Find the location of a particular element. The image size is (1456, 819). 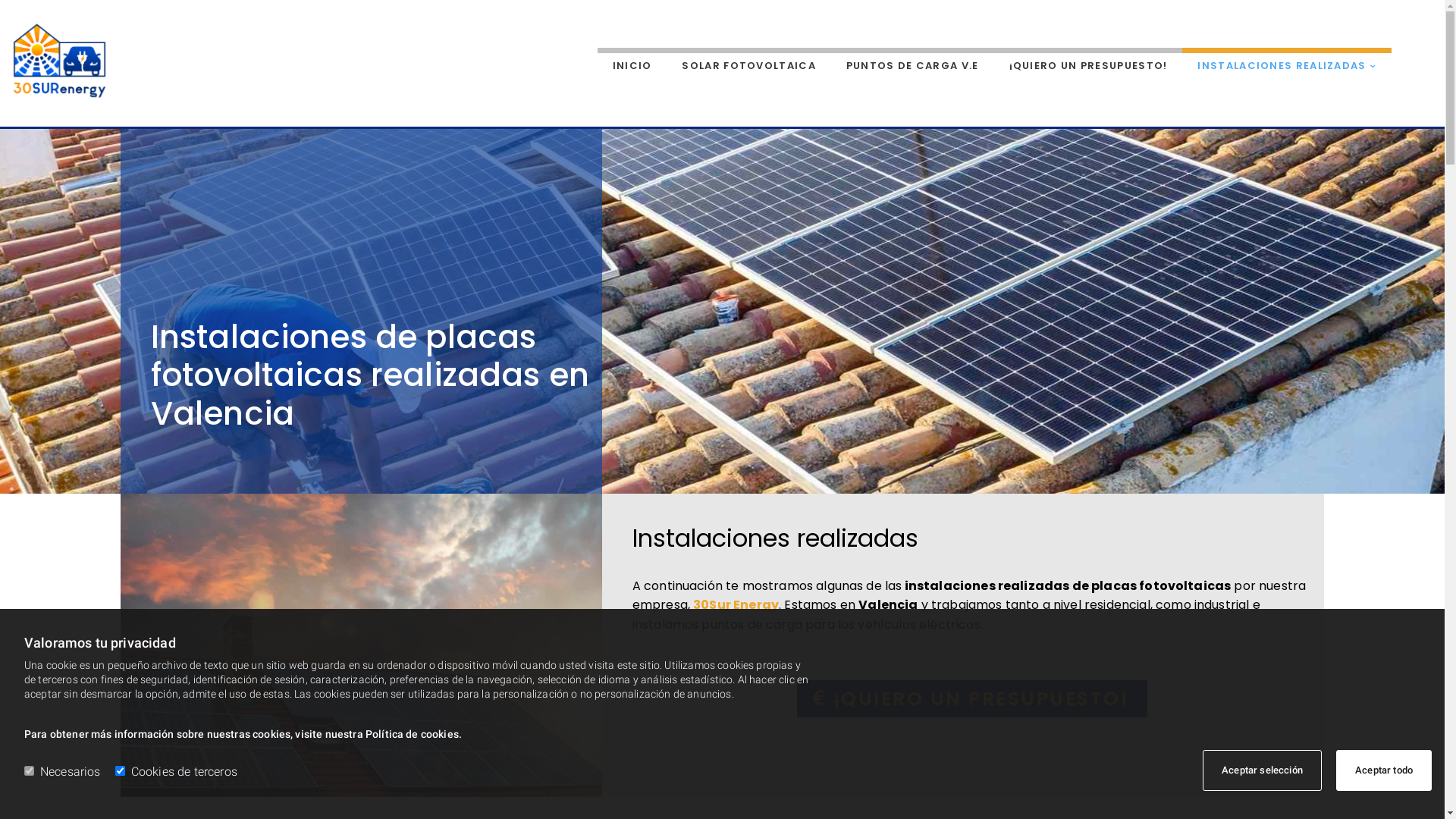

'30Sur Energy' is located at coordinates (736, 604).